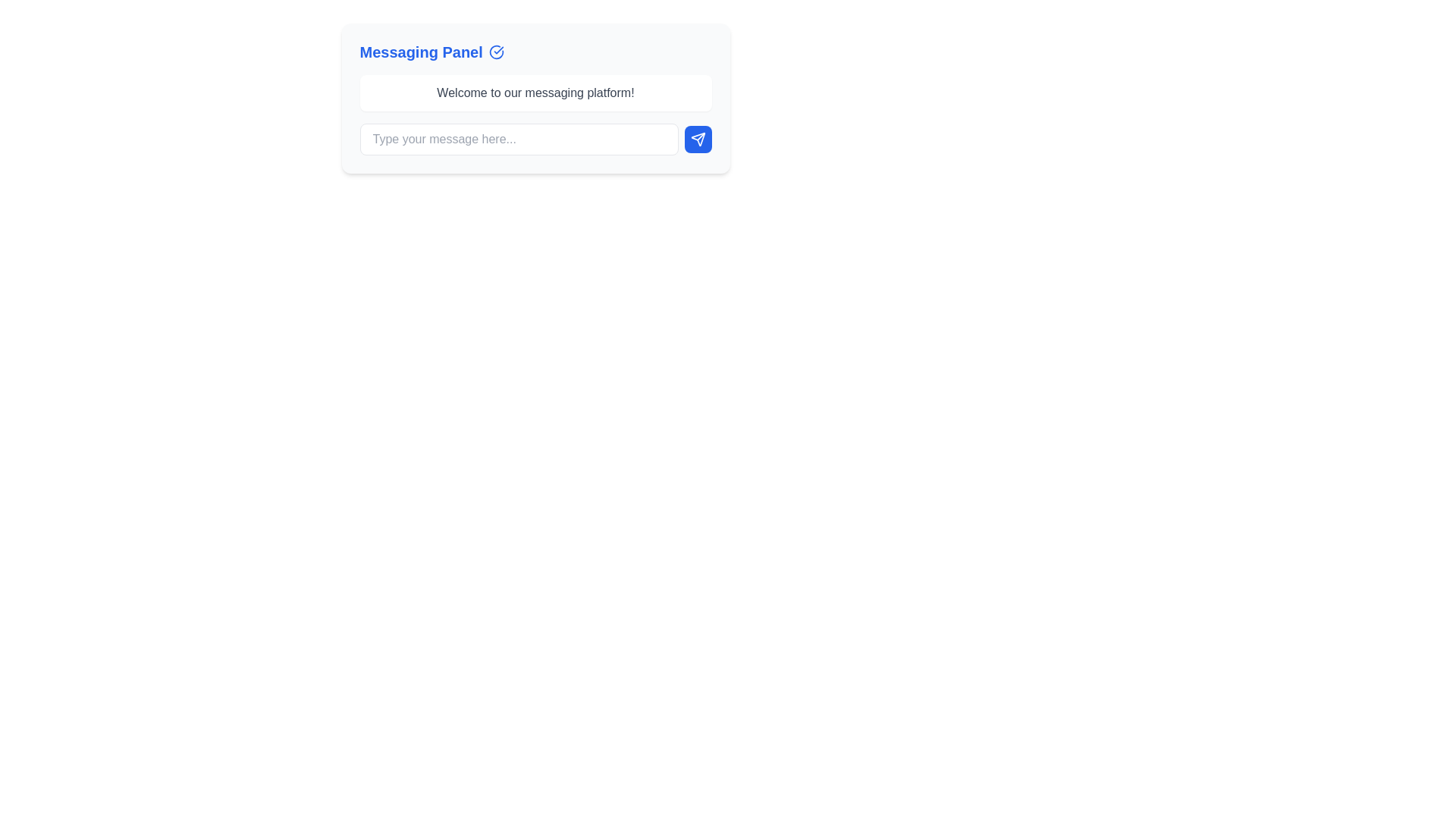  What do you see at coordinates (697, 140) in the screenshot?
I see `the rounded rectangular blue button with a white paper plane icon` at bounding box center [697, 140].